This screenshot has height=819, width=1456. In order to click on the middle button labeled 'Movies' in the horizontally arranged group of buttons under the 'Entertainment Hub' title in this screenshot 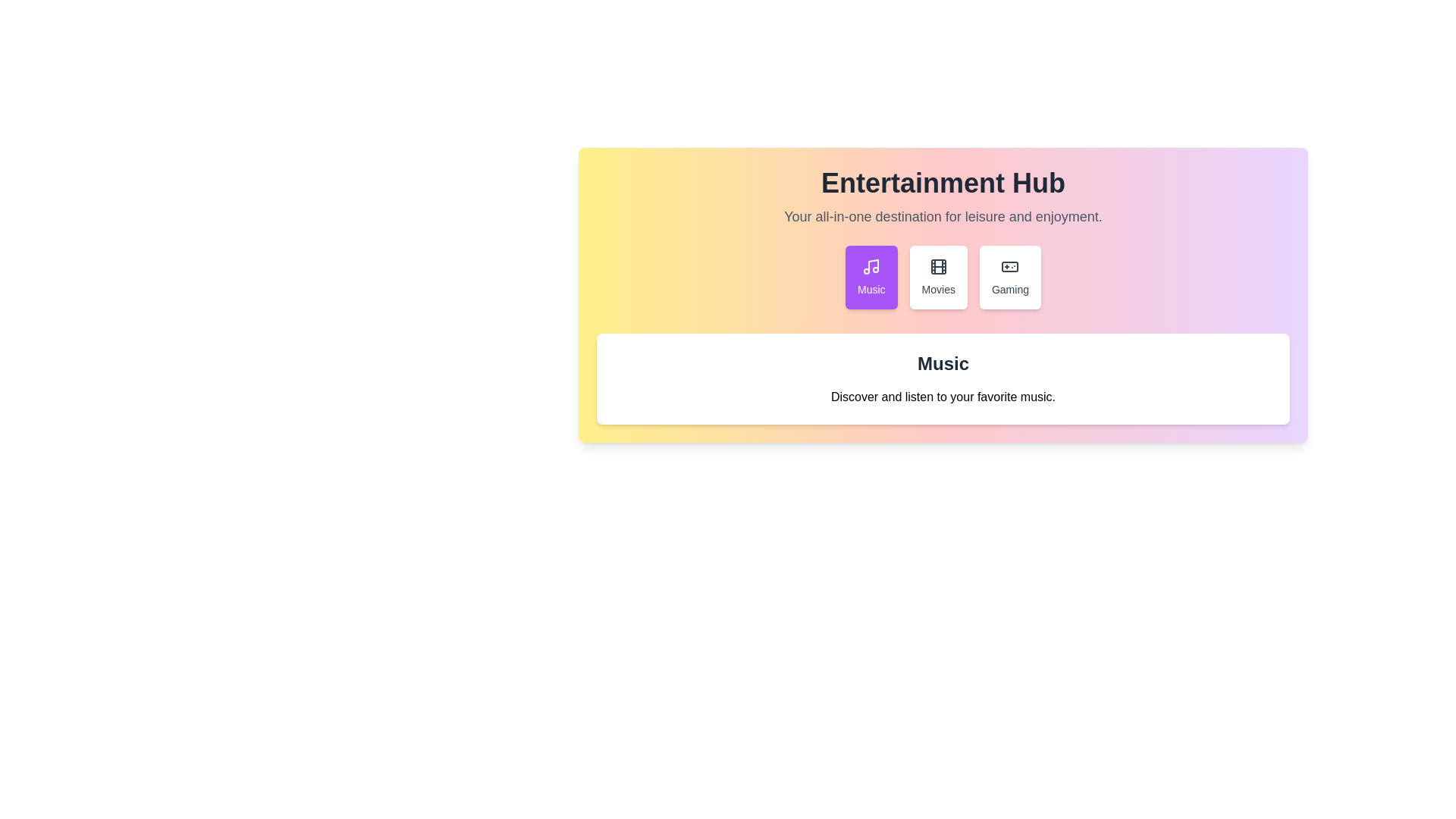, I will do `click(942, 278)`.